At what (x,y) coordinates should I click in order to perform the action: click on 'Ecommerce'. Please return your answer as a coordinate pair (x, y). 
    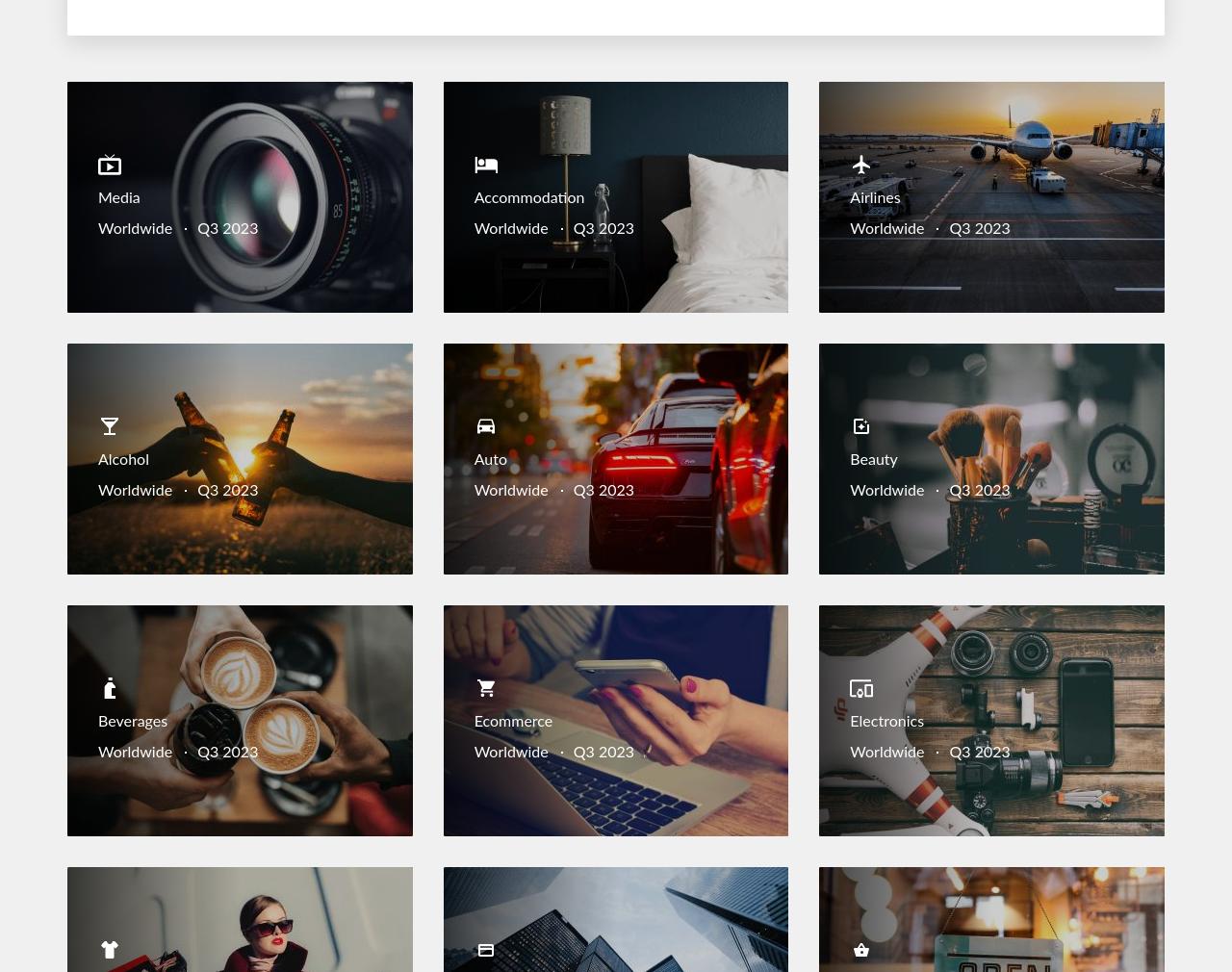
    Looking at the image, I should click on (512, 721).